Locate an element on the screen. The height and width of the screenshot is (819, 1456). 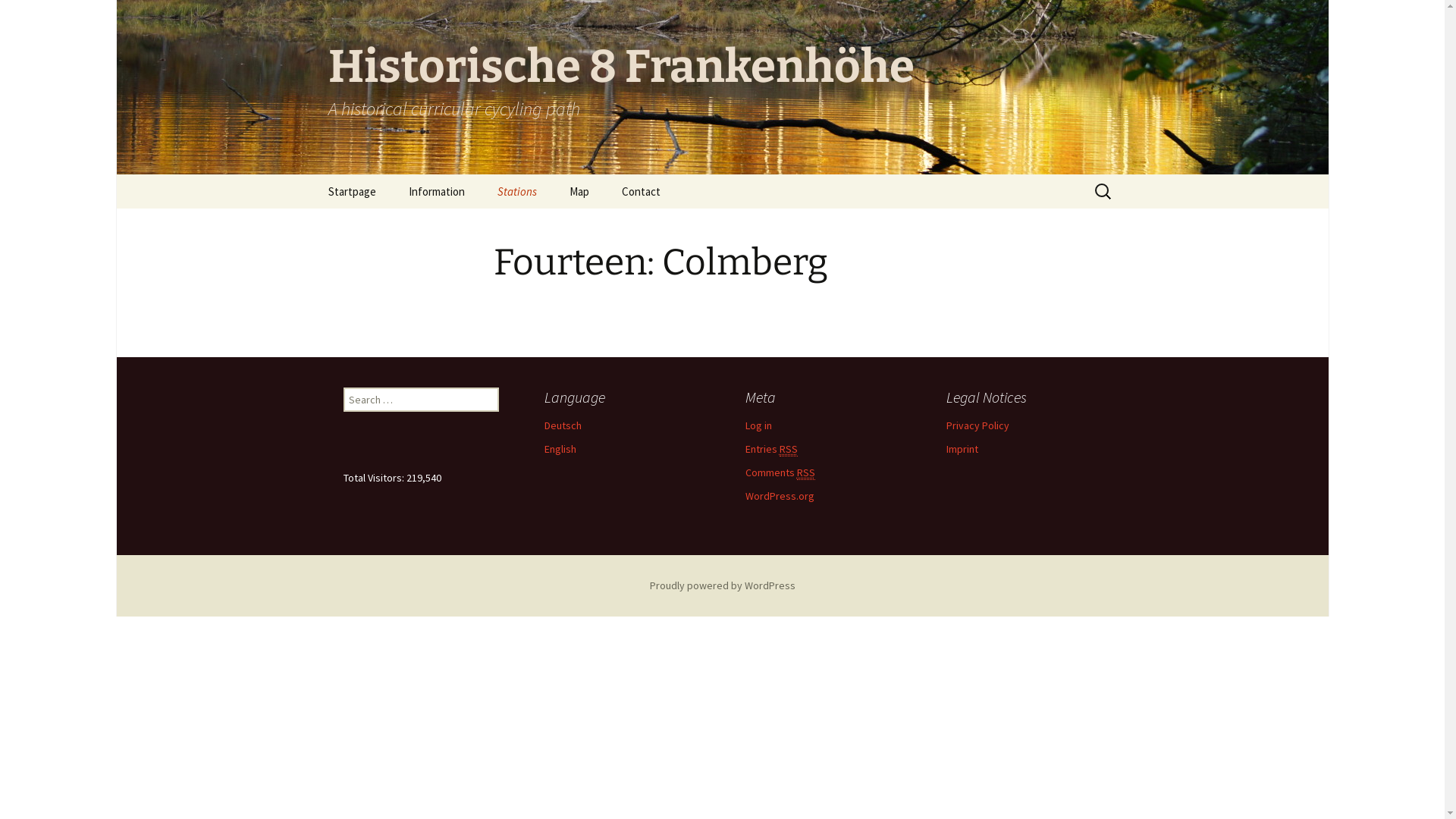
'Entries RSS' is located at coordinates (745, 448).